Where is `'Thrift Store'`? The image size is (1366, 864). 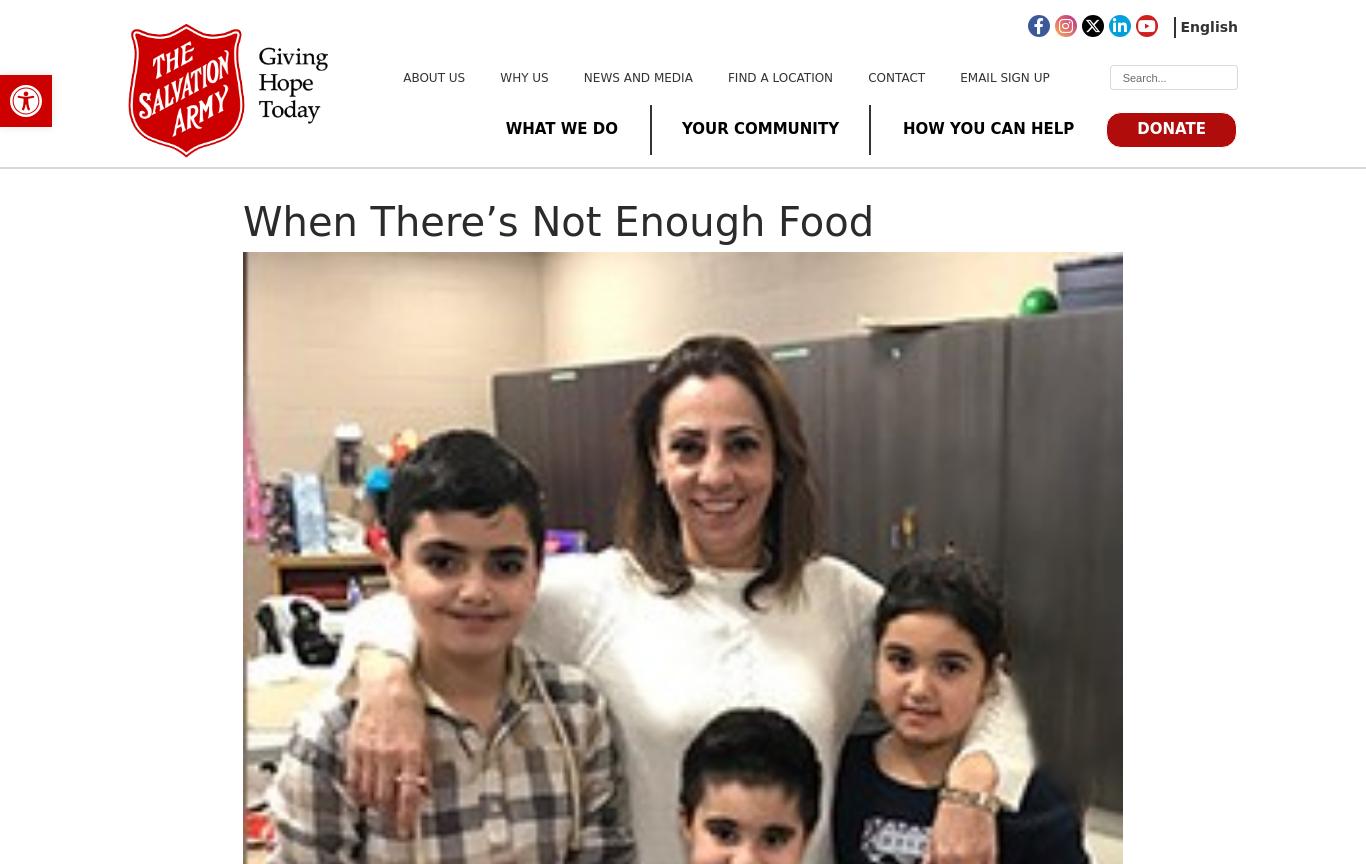 'Thrift Store' is located at coordinates (486, 418).